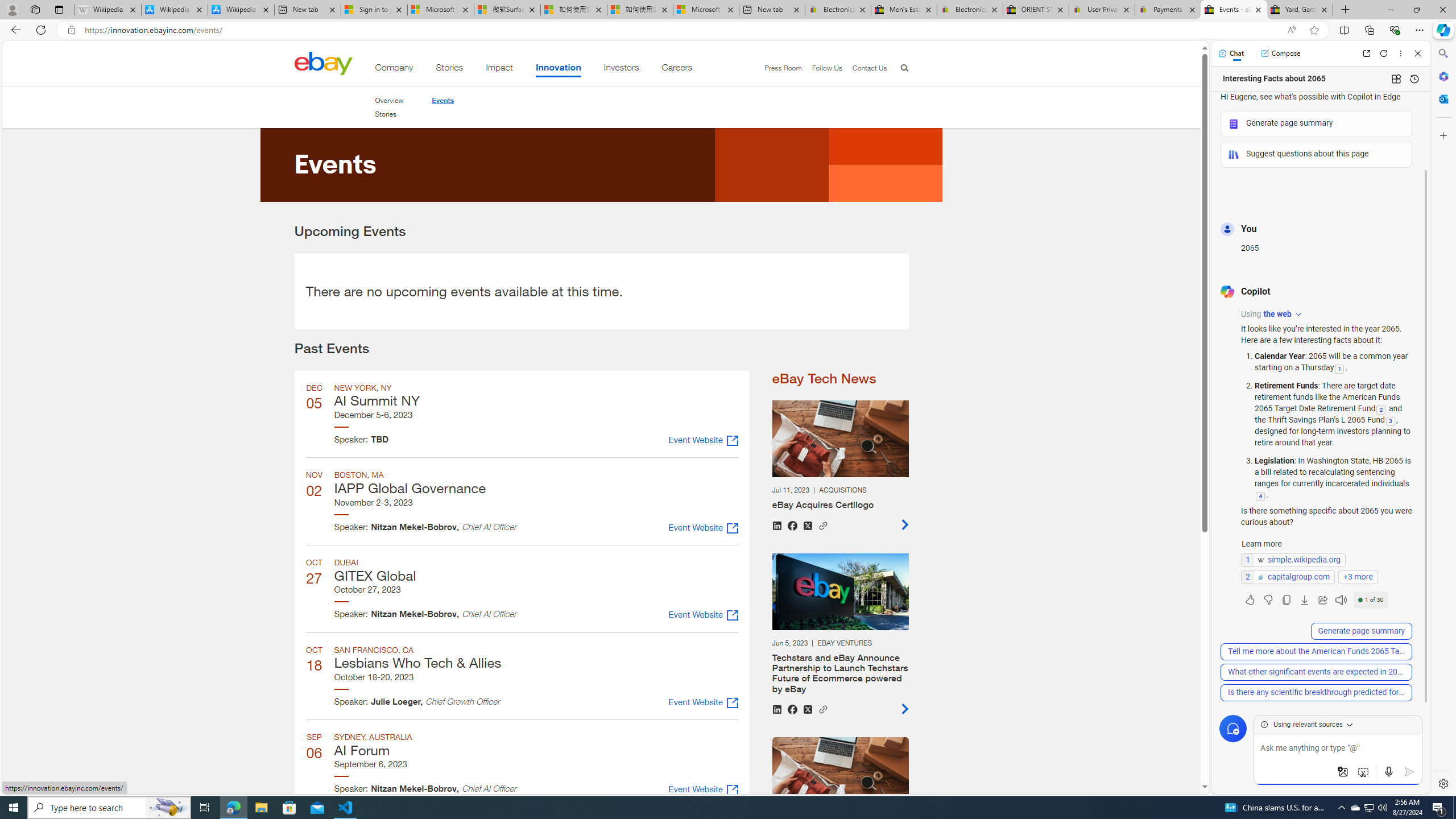 This screenshot has width=1456, height=819. Describe the element at coordinates (499, 69) in the screenshot. I see `'Impact'` at that location.